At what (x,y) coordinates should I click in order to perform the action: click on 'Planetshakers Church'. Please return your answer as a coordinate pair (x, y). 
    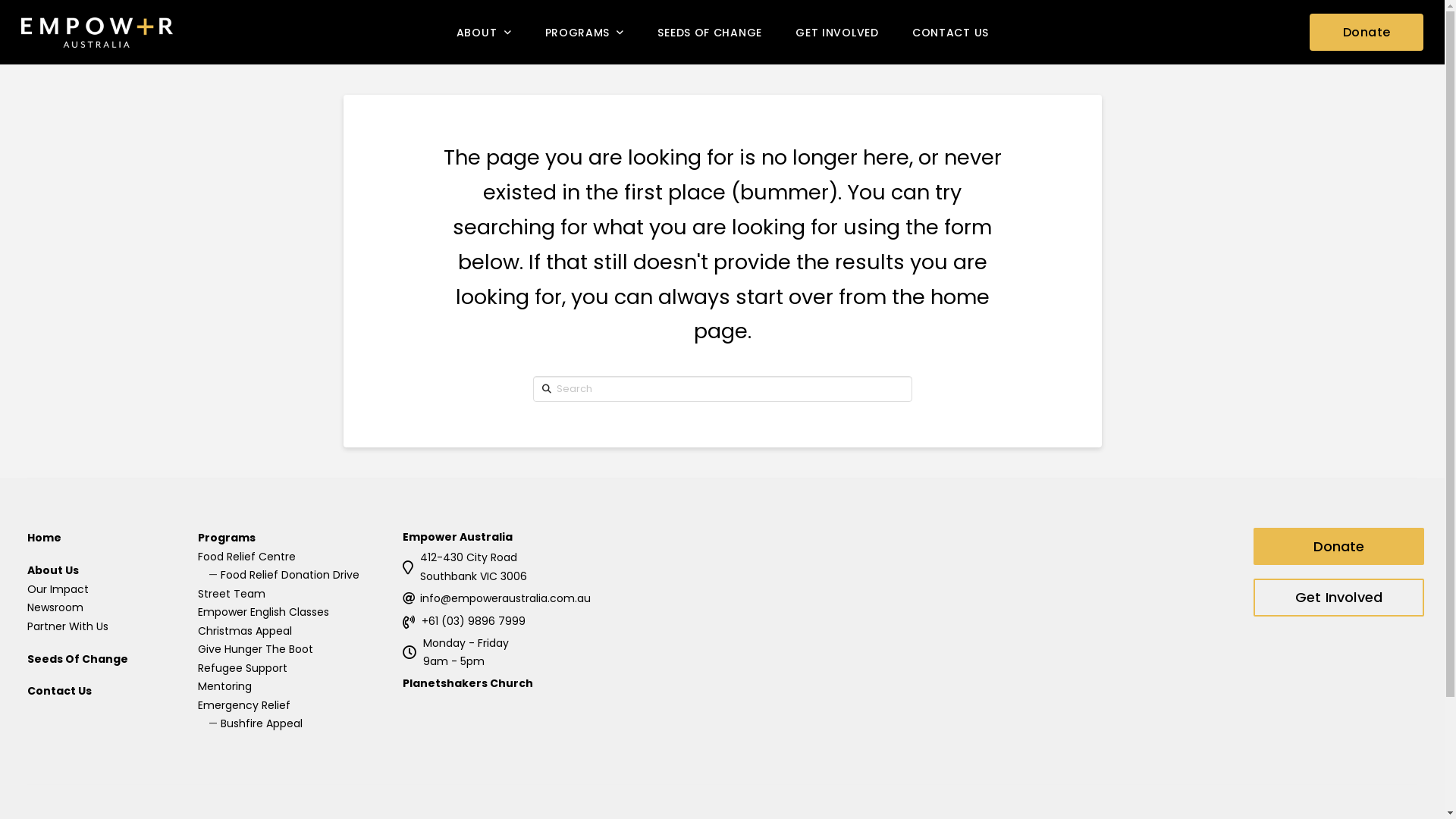
    Looking at the image, I should click on (403, 683).